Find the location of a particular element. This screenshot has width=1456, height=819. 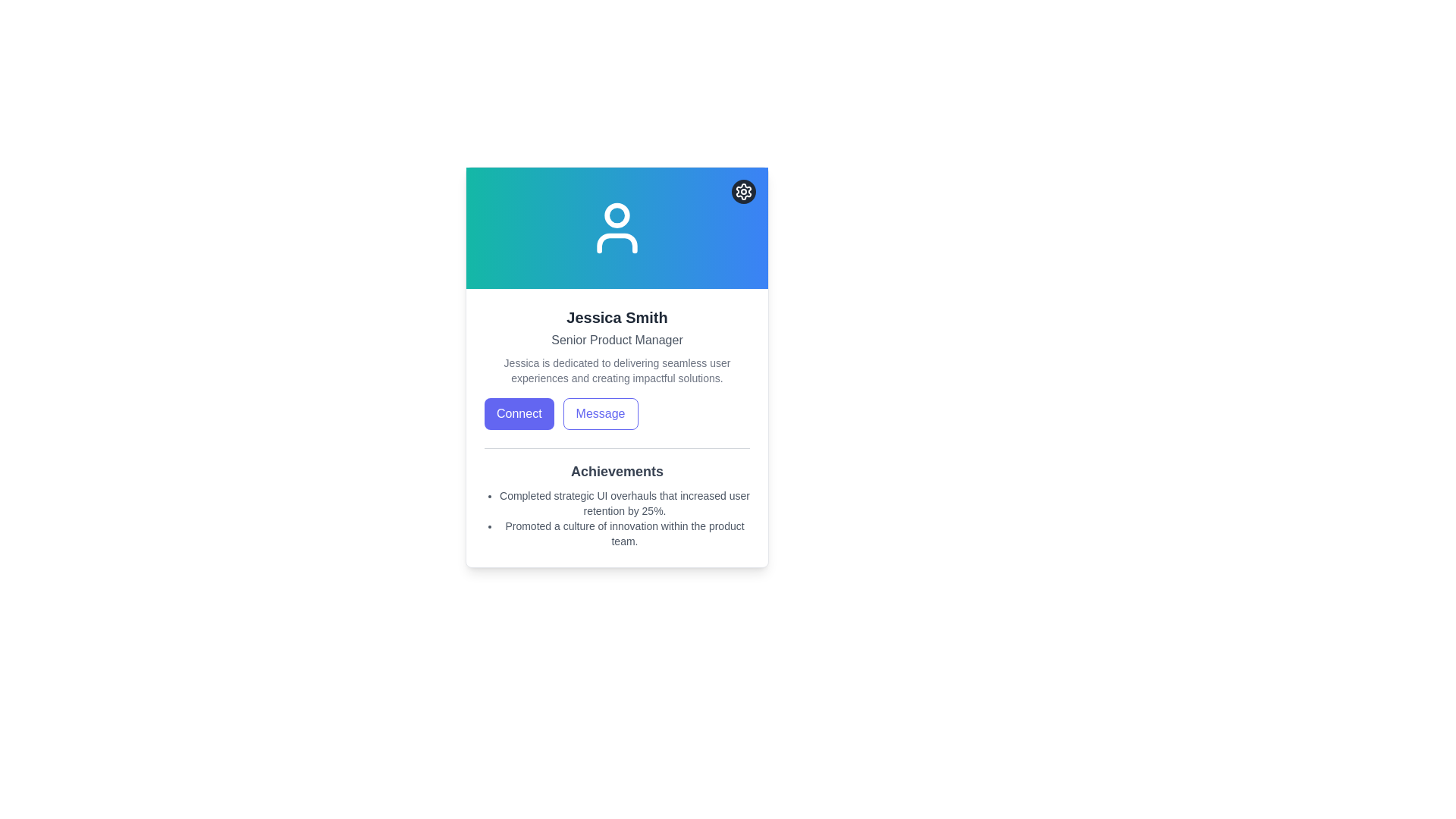

the static text block that provides a brief description of Jessica's professional philosophy and focus areas, located beneath the title 'Senior Product Manager' within the profile card is located at coordinates (617, 371).